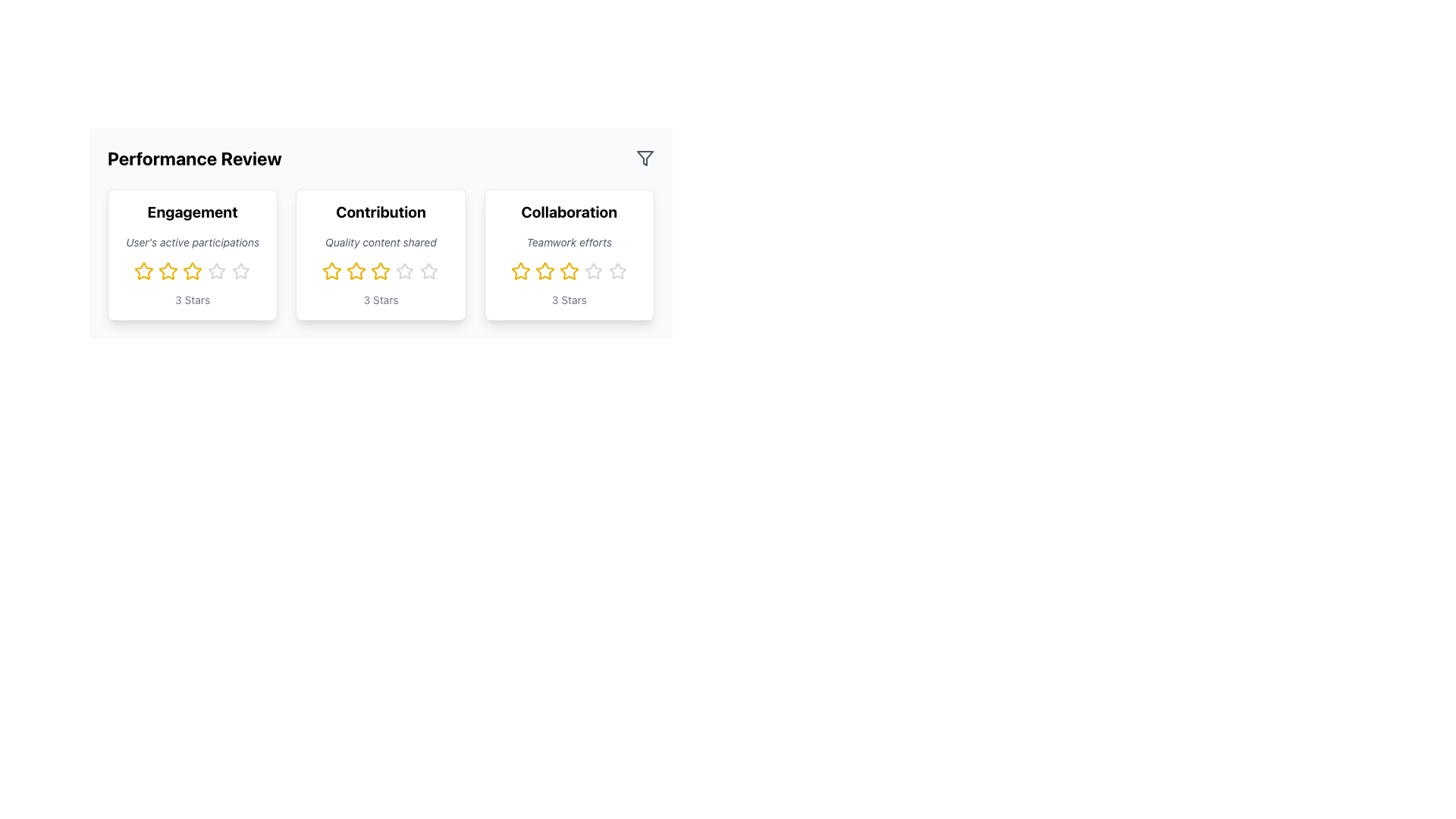 Image resolution: width=1456 pixels, height=819 pixels. Describe the element at coordinates (645, 158) in the screenshot. I see `the filtering SVG icon located in the top-right corner of the 'Performance Review' header` at that location.